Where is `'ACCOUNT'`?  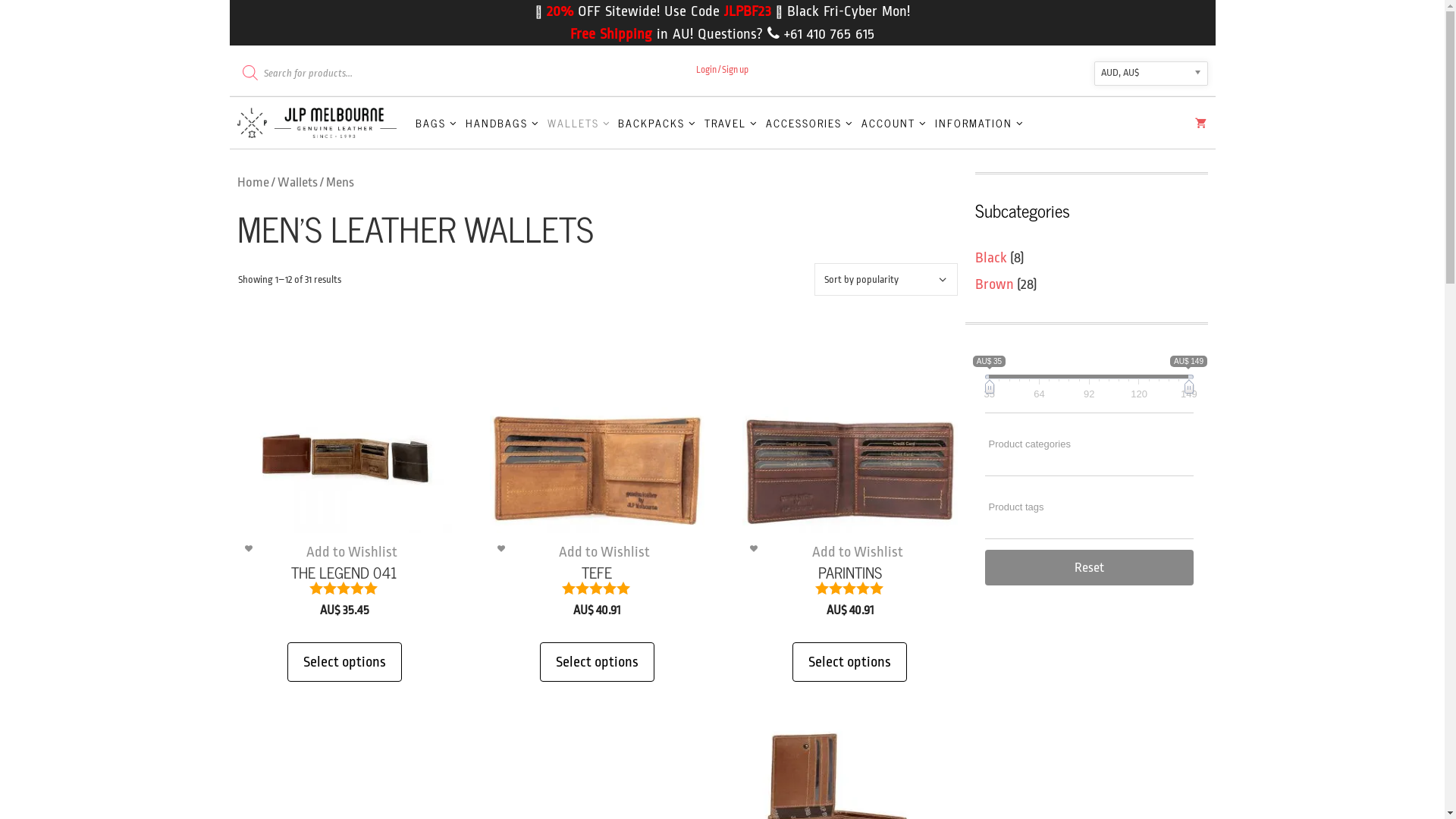
'ACCOUNT' is located at coordinates (894, 122).